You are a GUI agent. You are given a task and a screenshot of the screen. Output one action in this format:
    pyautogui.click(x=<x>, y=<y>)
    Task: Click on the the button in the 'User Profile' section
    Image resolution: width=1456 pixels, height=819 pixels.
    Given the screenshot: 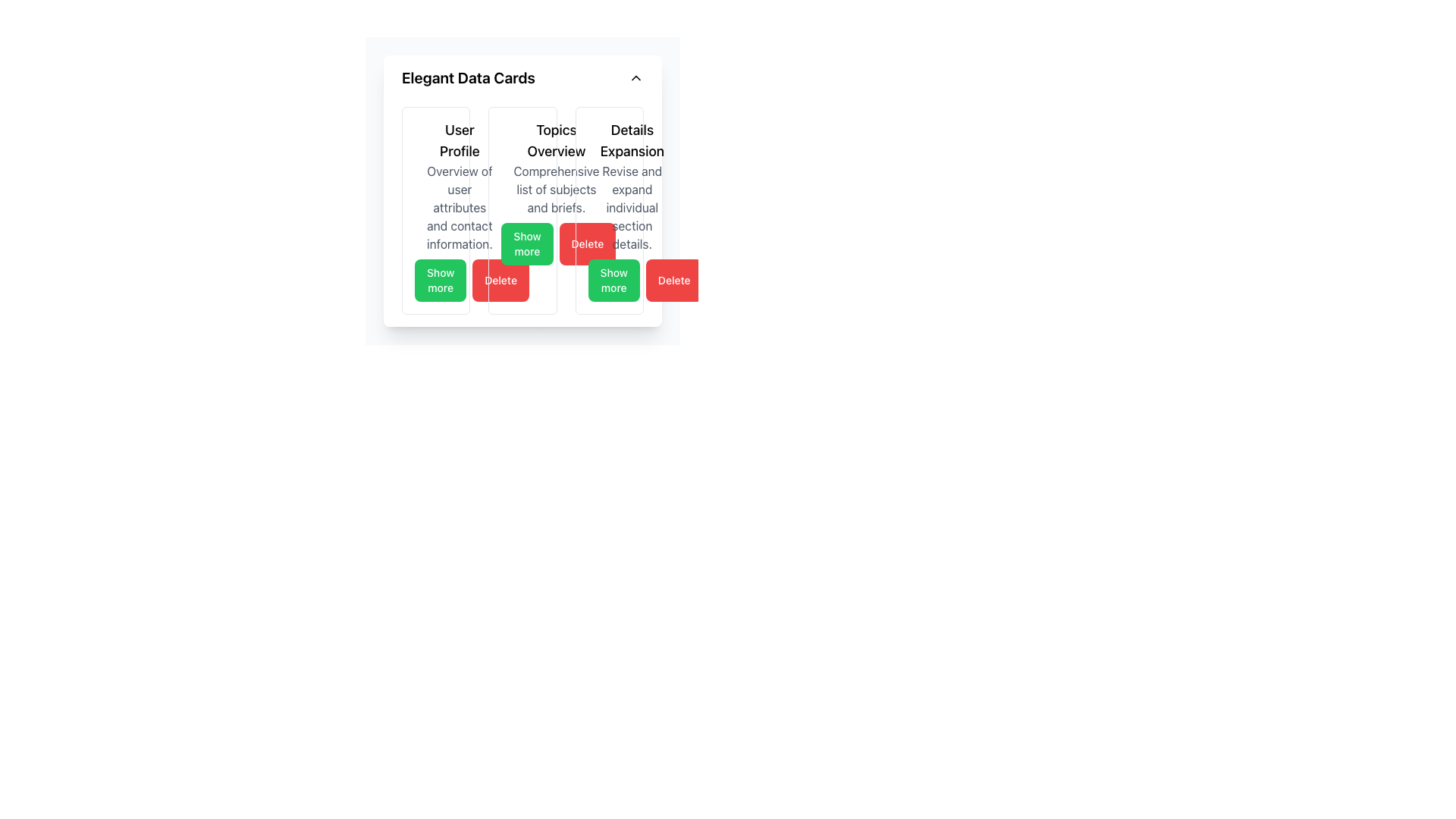 What is the action you would take?
    pyautogui.click(x=435, y=281)
    